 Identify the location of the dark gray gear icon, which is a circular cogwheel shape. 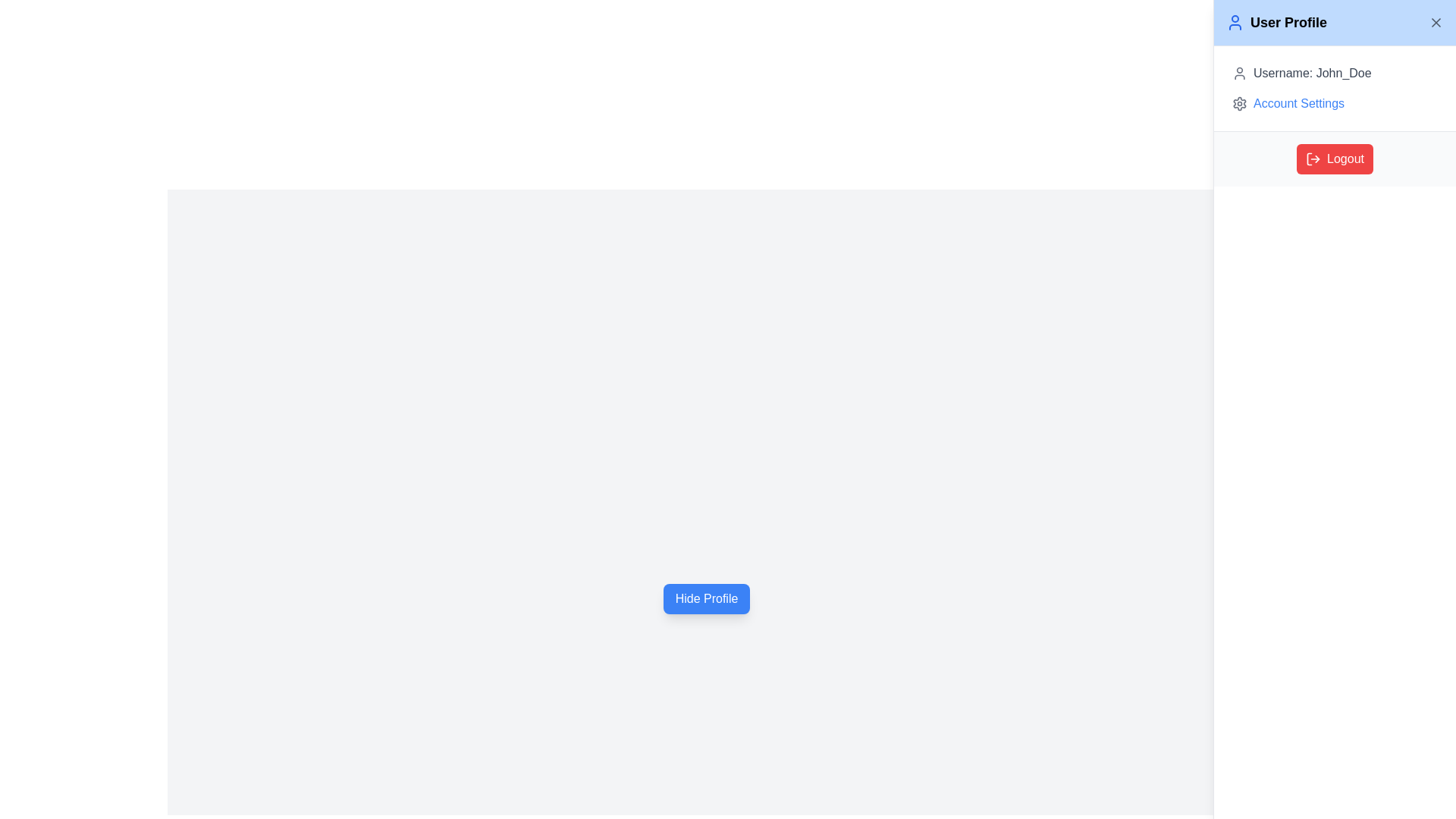
(1240, 103).